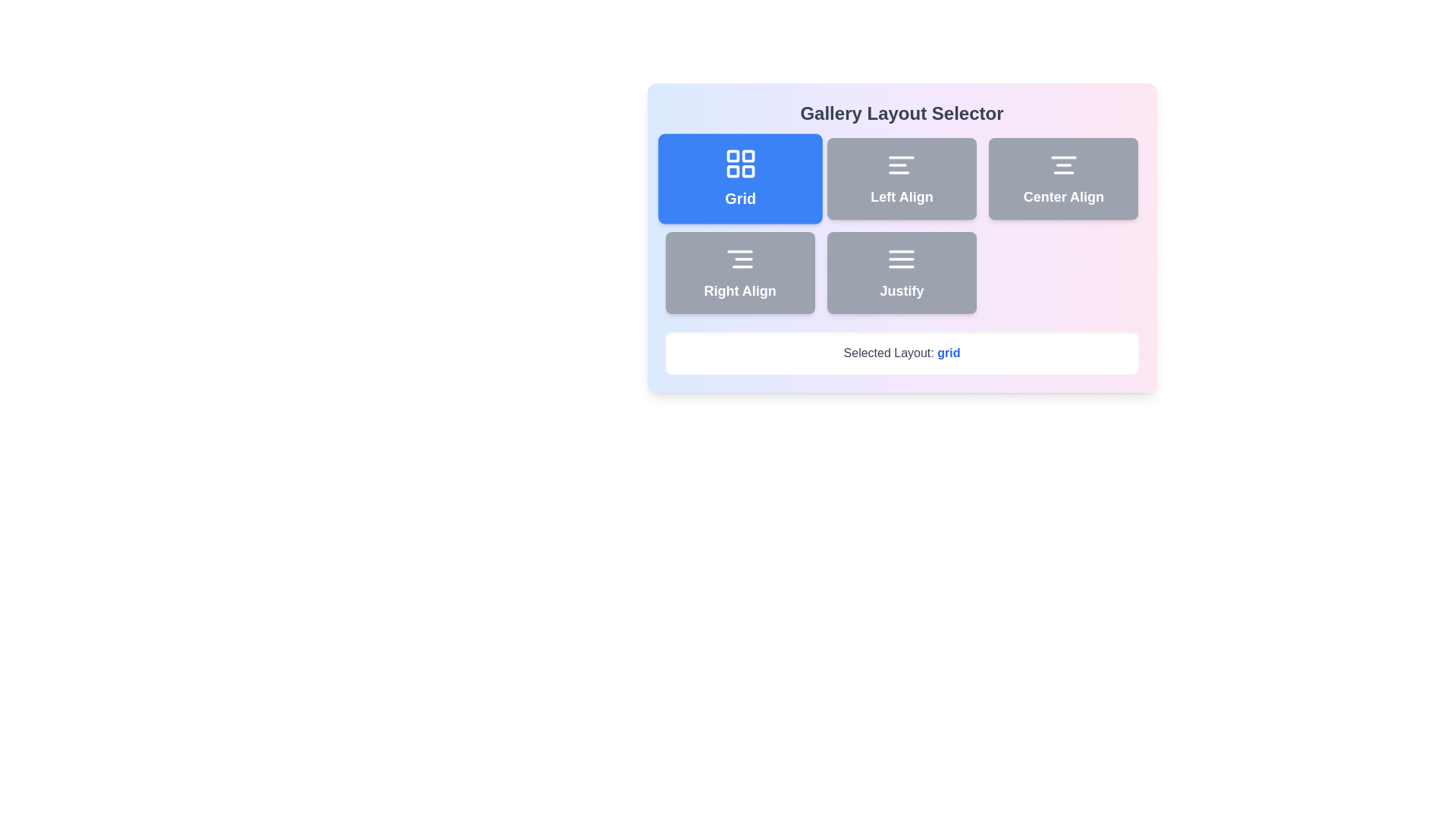  I want to click on the 'Right Align' button, so click(740, 271).